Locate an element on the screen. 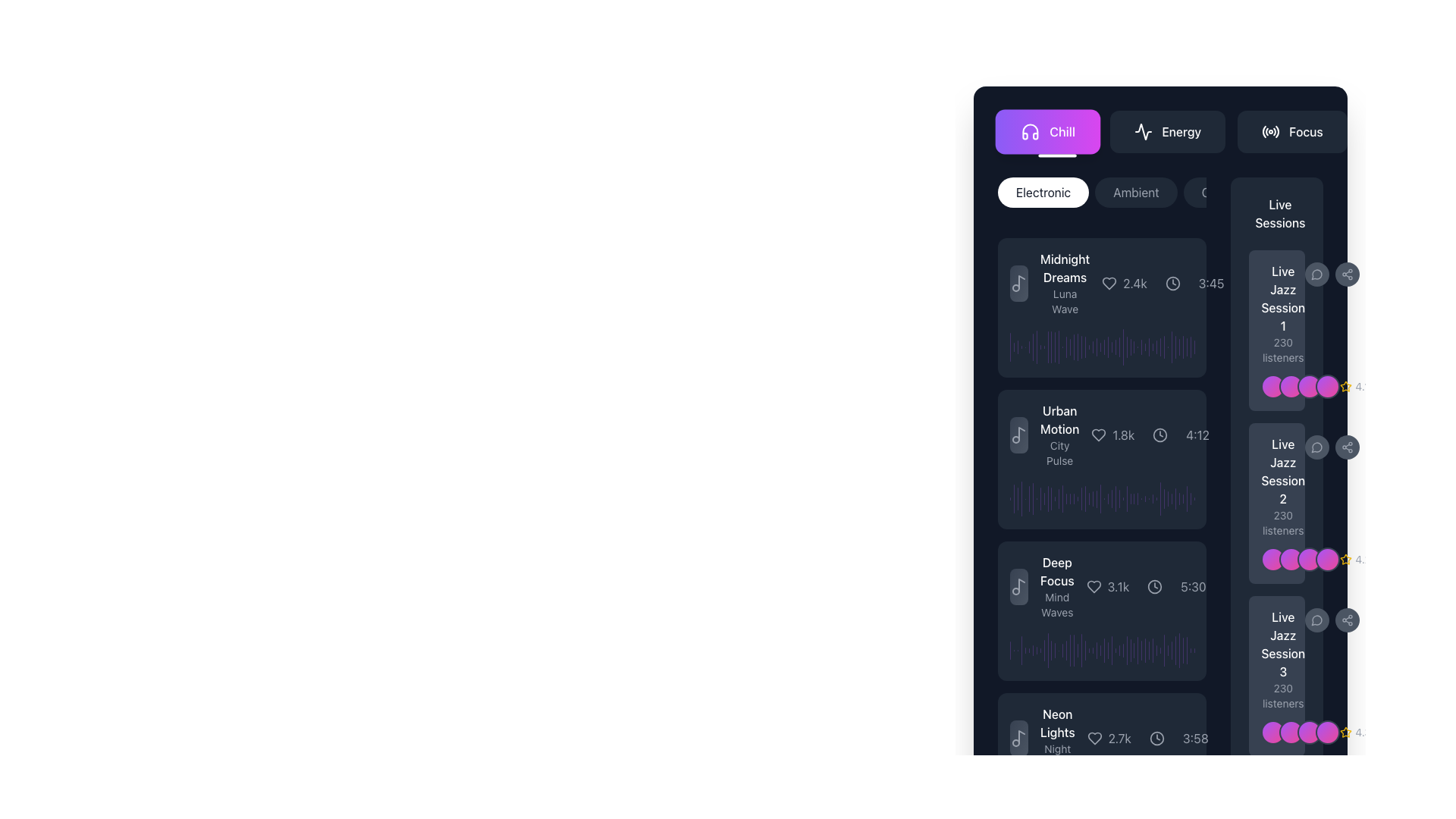 Image resolution: width=1456 pixels, height=819 pixels. the third vertical bar in a group of slim purple bars, which is visually distinct by its height, located in the middle-right area of the interface is located at coordinates (1018, 498).